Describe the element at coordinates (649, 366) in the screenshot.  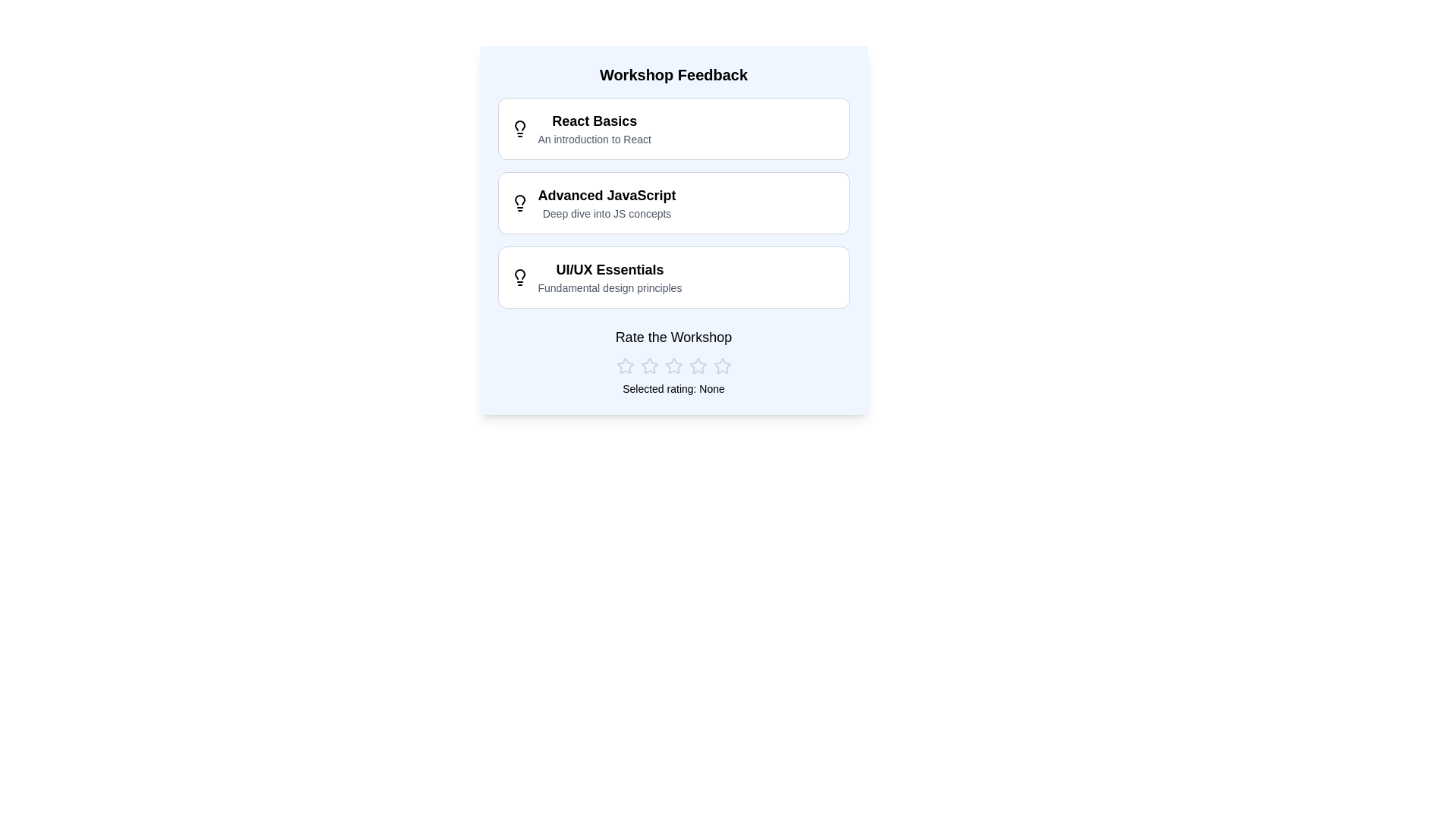
I see `the second star icon in the rating component under the 'Rate the Workshop' section` at that location.